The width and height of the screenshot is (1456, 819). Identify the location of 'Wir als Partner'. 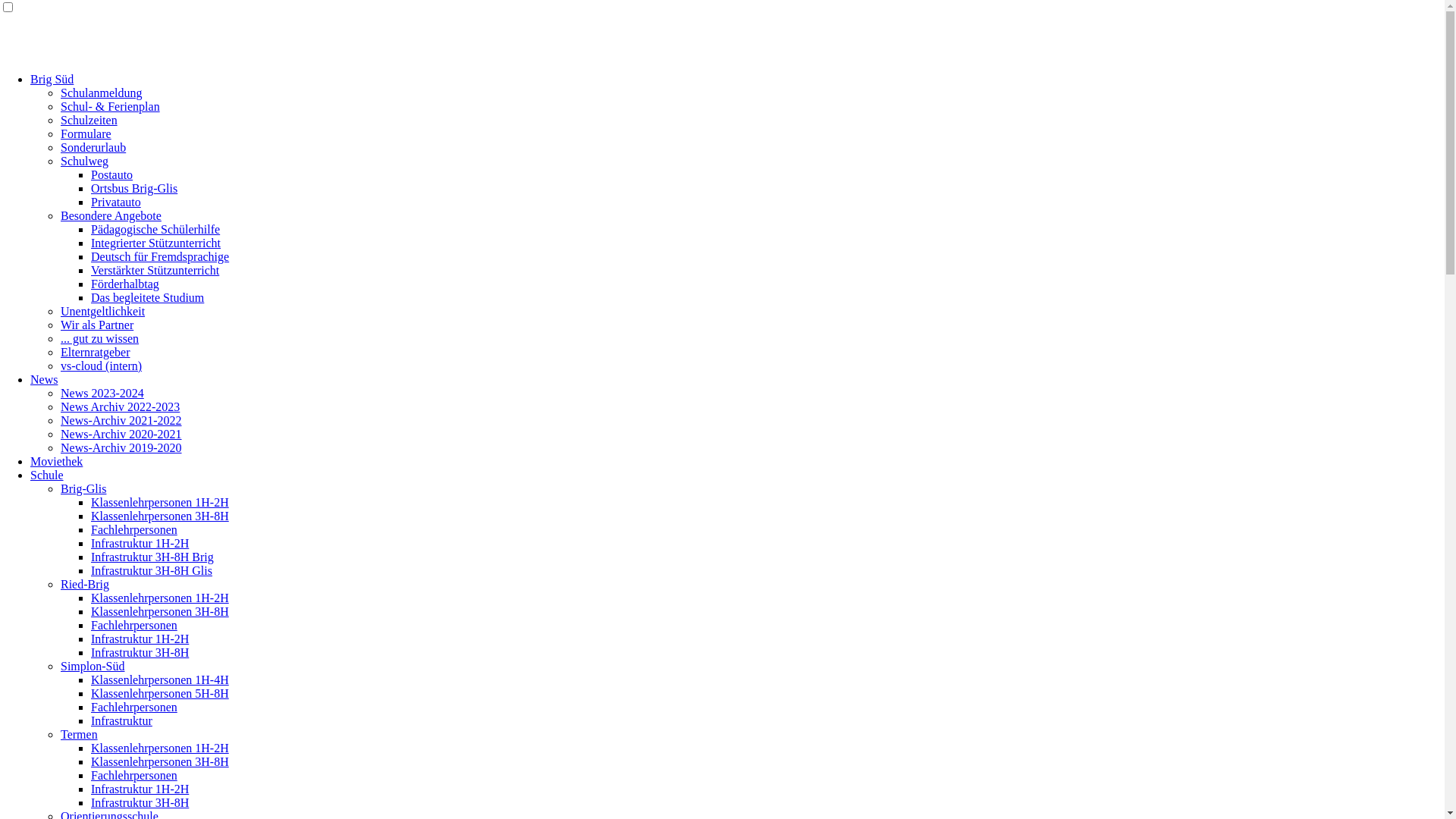
(96, 324).